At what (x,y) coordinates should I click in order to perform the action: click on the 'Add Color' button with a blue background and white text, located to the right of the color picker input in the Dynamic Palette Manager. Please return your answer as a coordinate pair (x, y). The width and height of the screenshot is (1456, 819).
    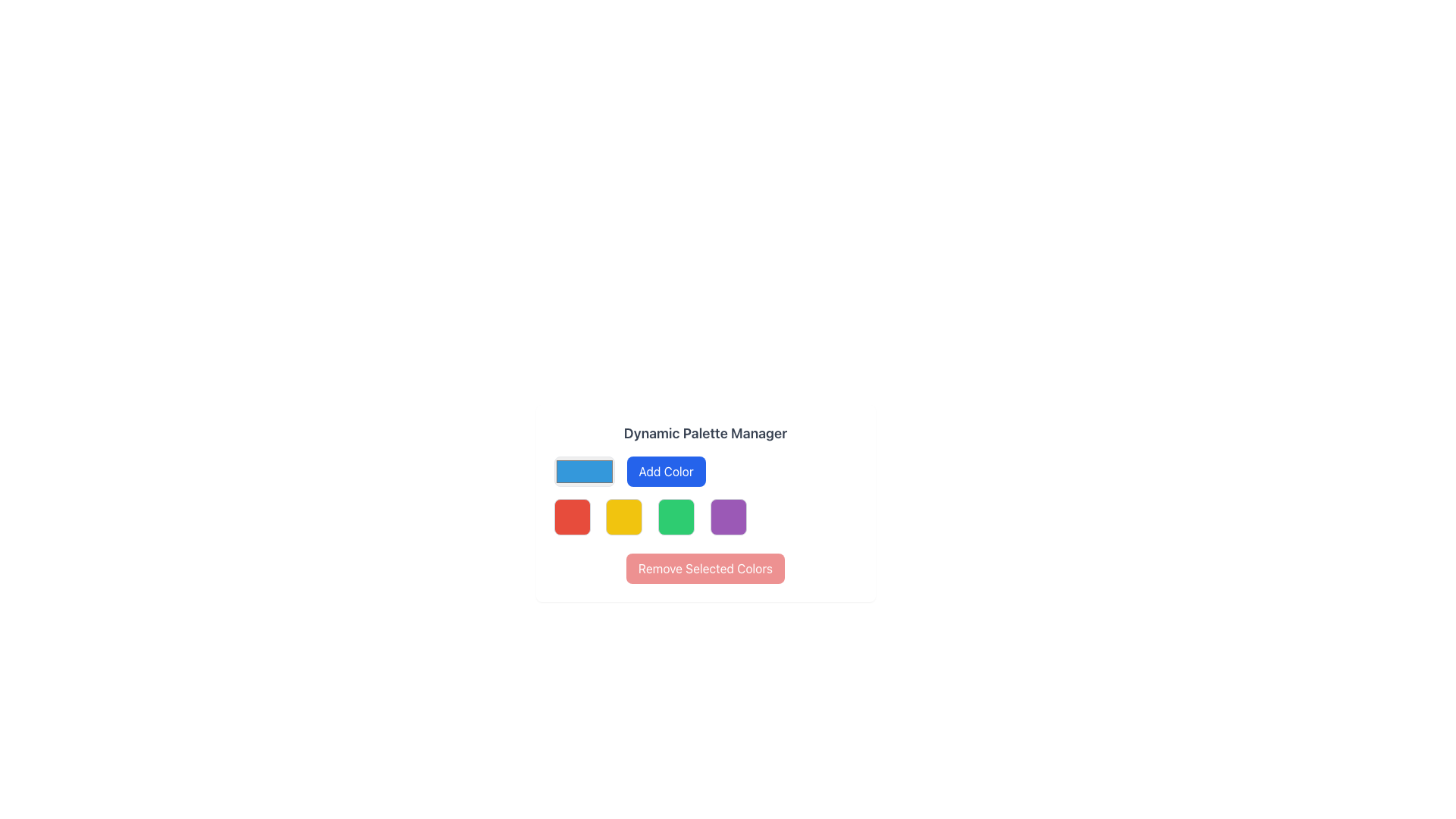
    Looking at the image, I should click on (666, 470).